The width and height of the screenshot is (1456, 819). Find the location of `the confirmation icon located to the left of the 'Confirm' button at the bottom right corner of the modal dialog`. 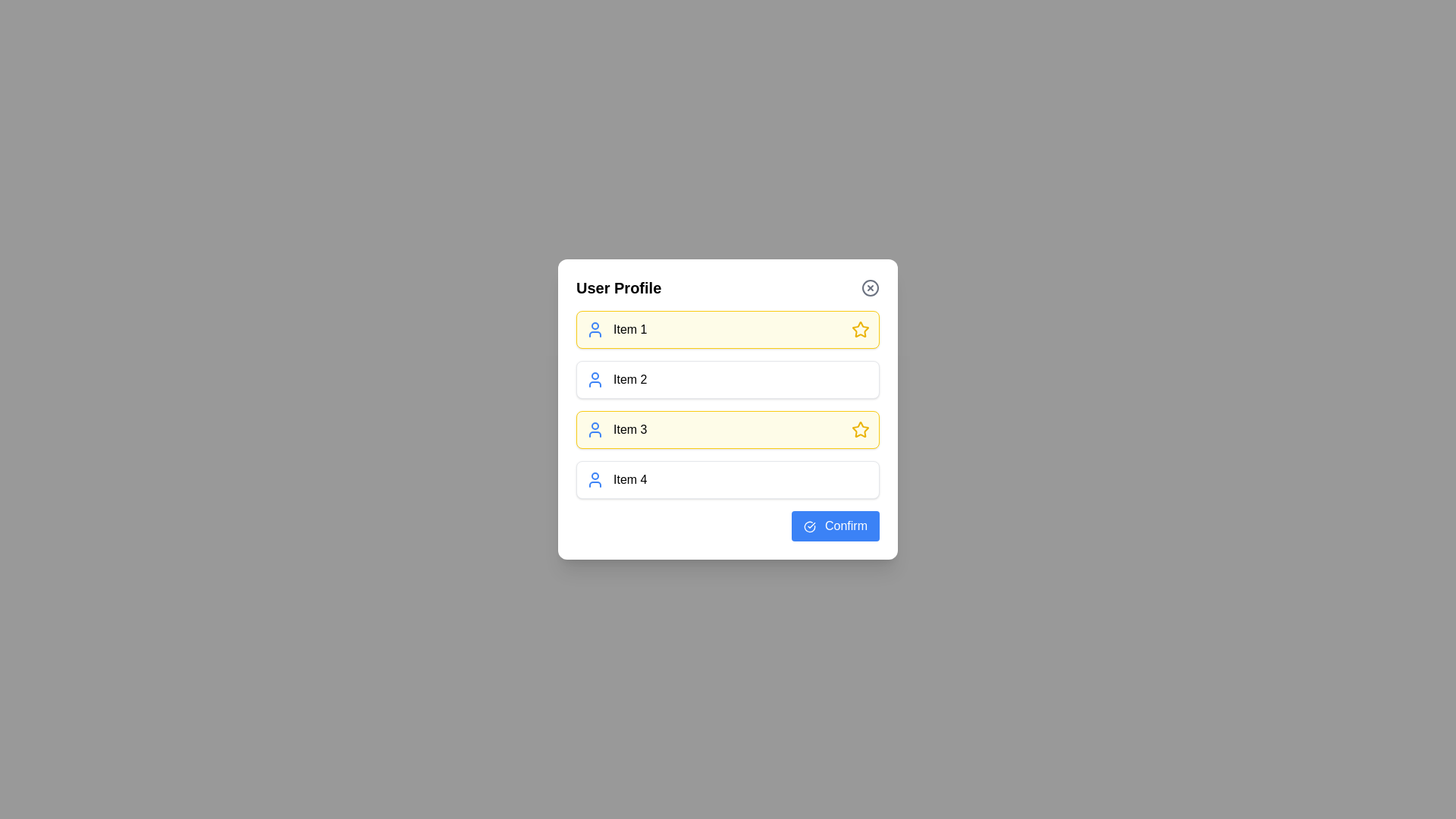

the confirmation icon located to the left of the 'Confirm' button at the bottom right corner of the modal dialog is located at coordinates (808, 526).